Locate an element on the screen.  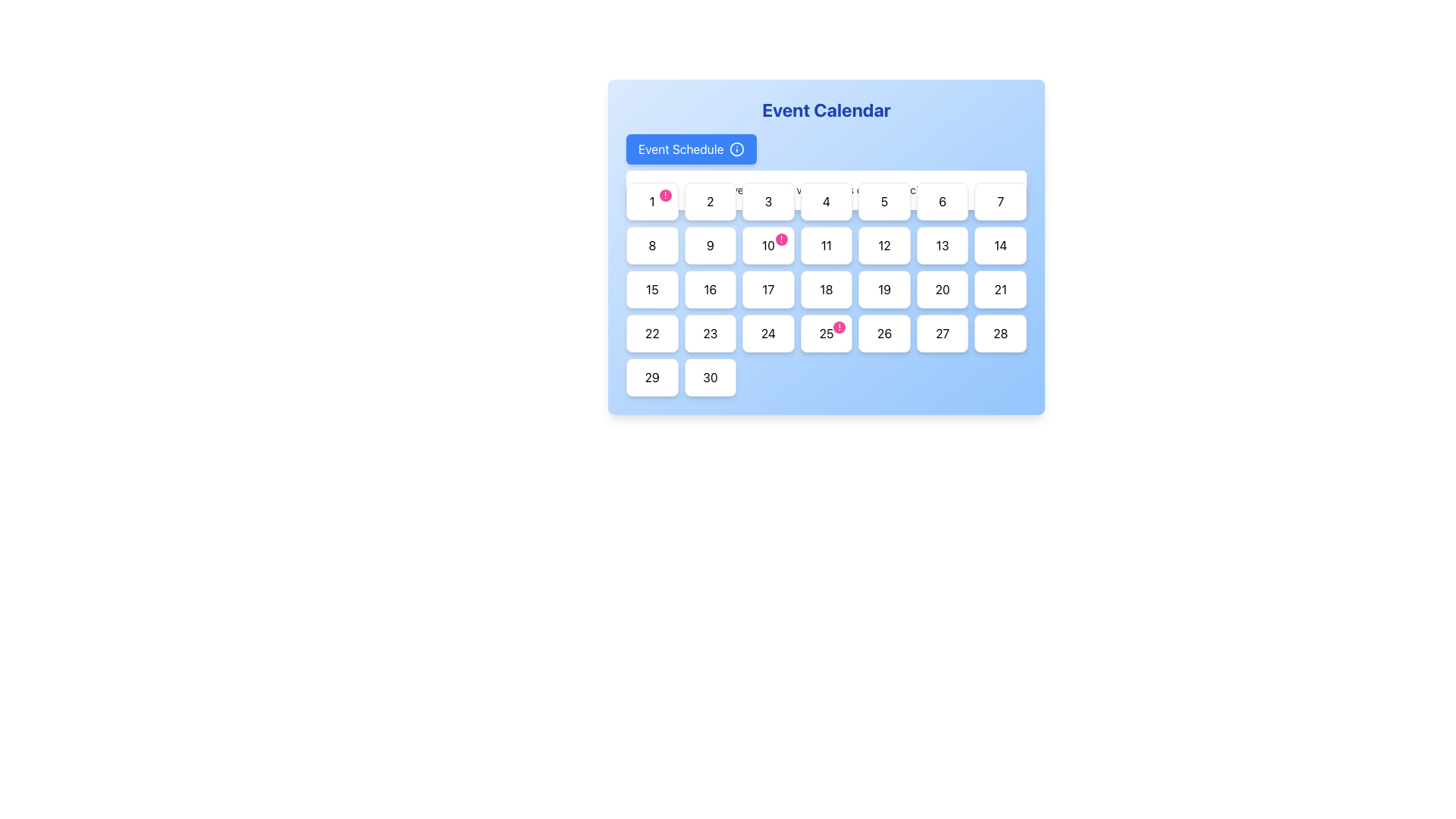
the Text Label at the top of the calendar interface, which indicates the feature presented in this module is located at coordinates (825, 109).